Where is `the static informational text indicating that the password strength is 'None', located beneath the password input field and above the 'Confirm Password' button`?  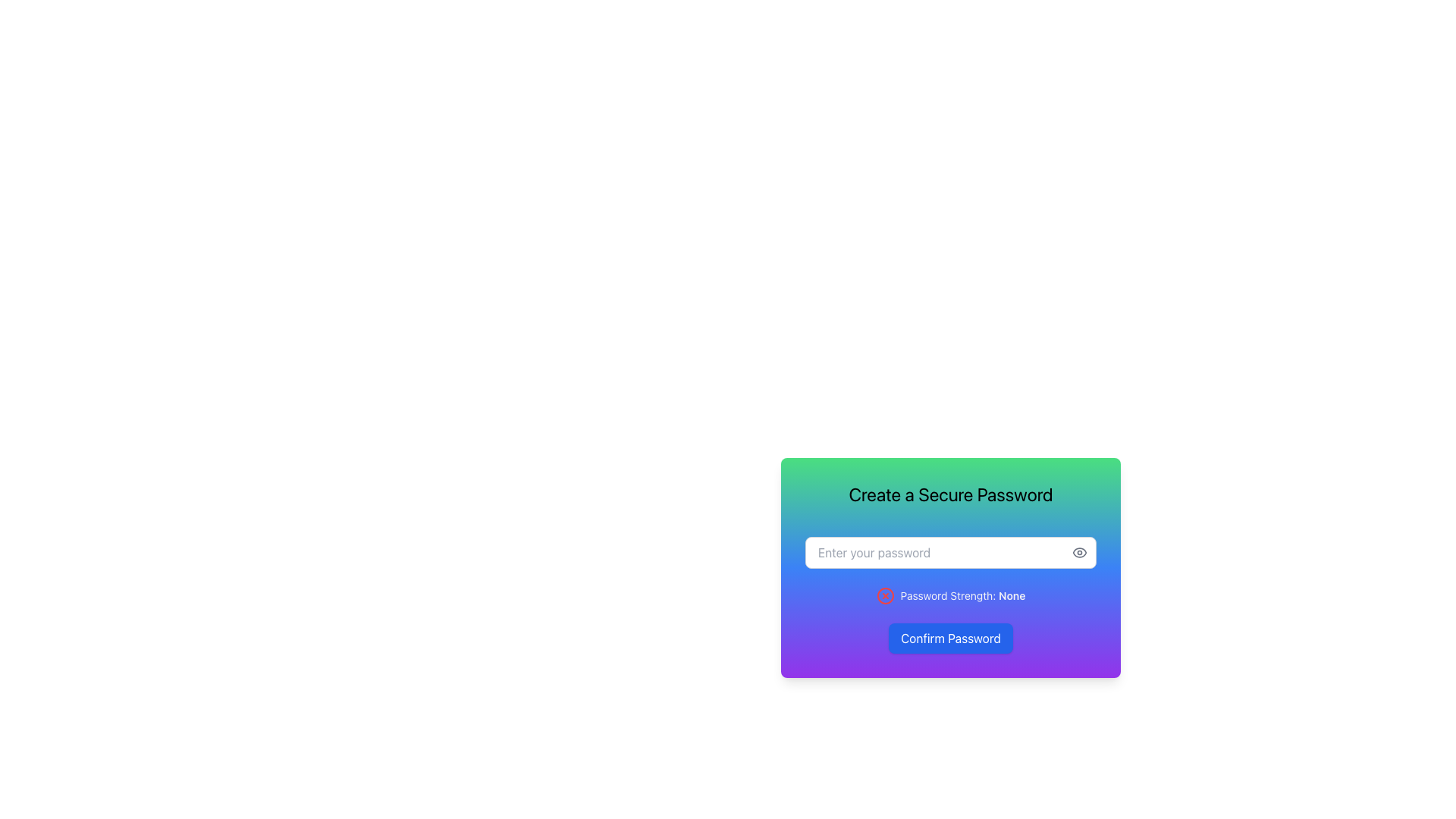 the static informational text indicating that the password strength is 'None', located beneath the password input field and above the 'Confirm Password' button is located at coordinates (949, 595).